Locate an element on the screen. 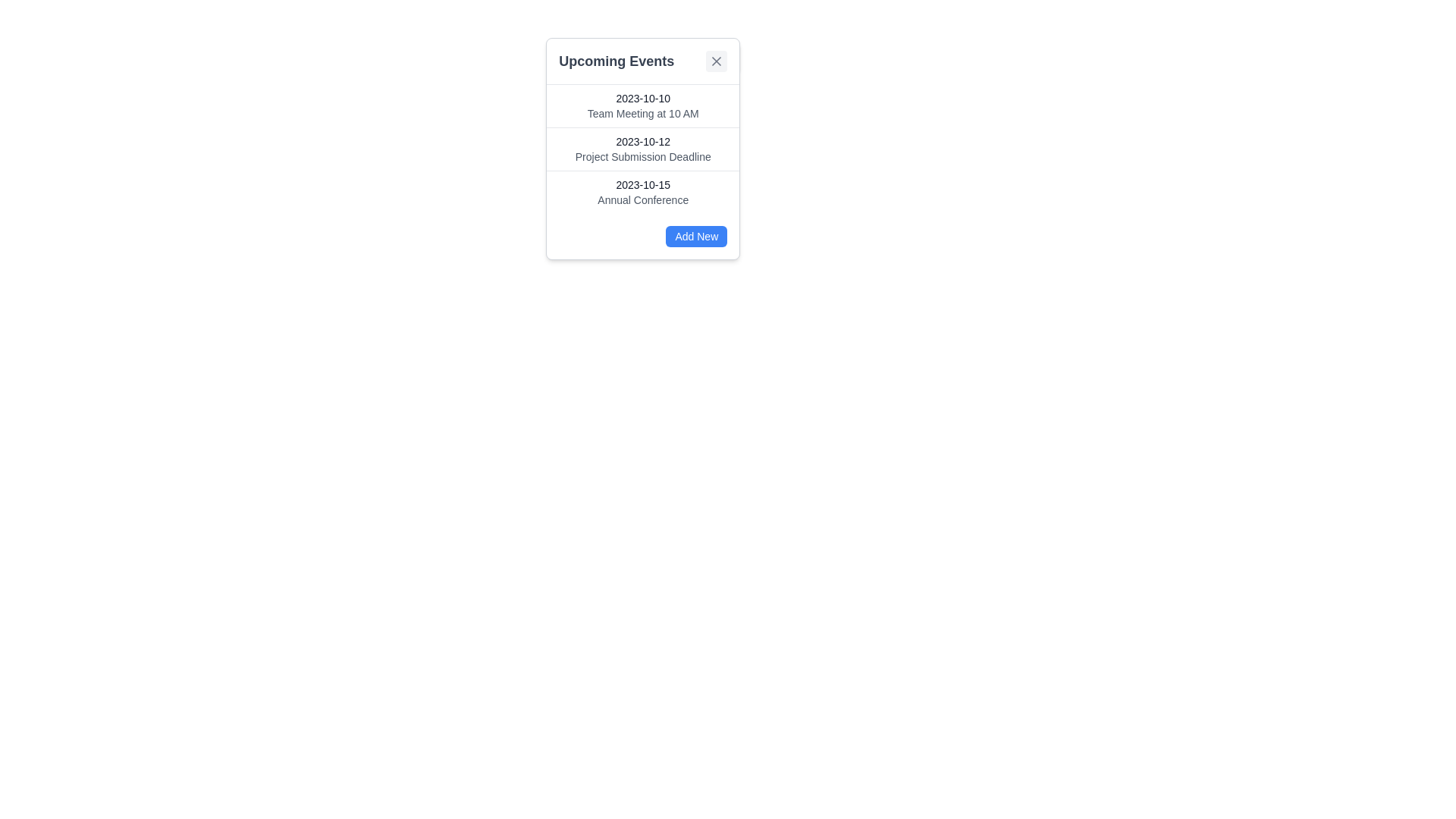  the button located at the bottom-right of the 'Upcoming Events' modal to initiate the action of adding a new event to the list is located at coordinates (695, 237).